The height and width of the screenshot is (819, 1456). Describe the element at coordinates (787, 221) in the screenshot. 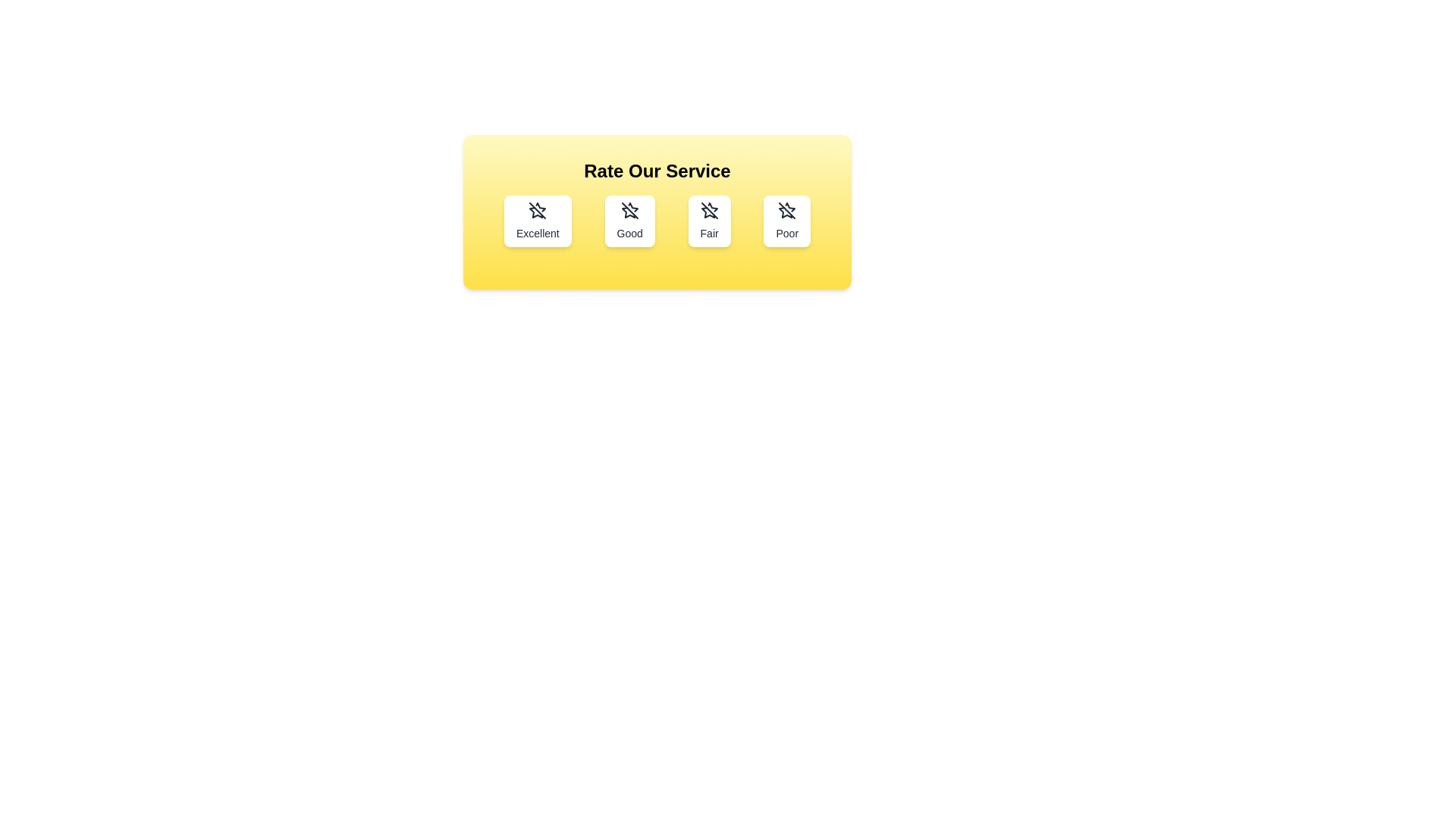

I see `the rating button labeled Poor to select it` at that location.